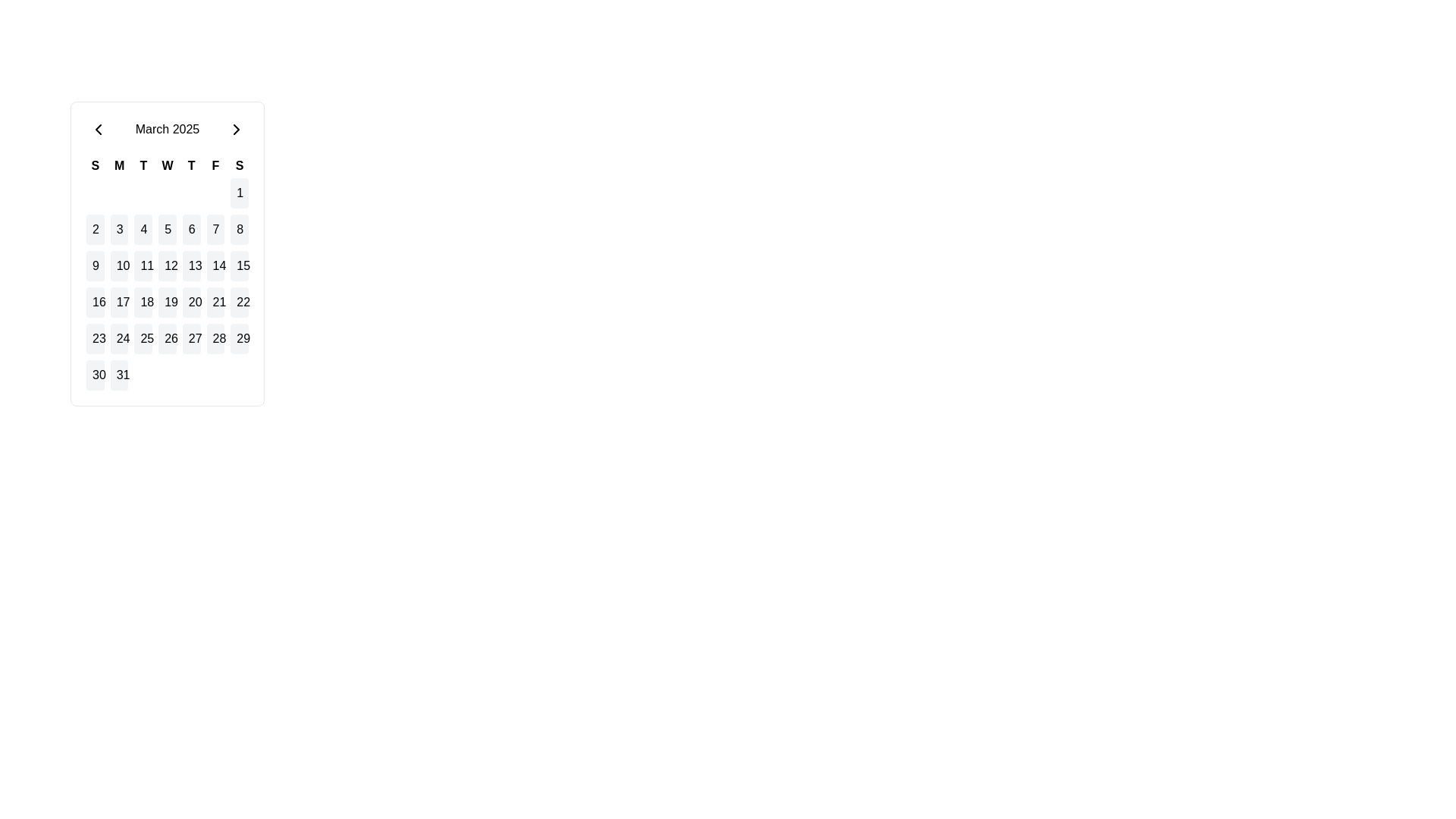  I want to click on the empty, non-interactive calendar cell located in the first row under Thursday's column, so click(190, 192).